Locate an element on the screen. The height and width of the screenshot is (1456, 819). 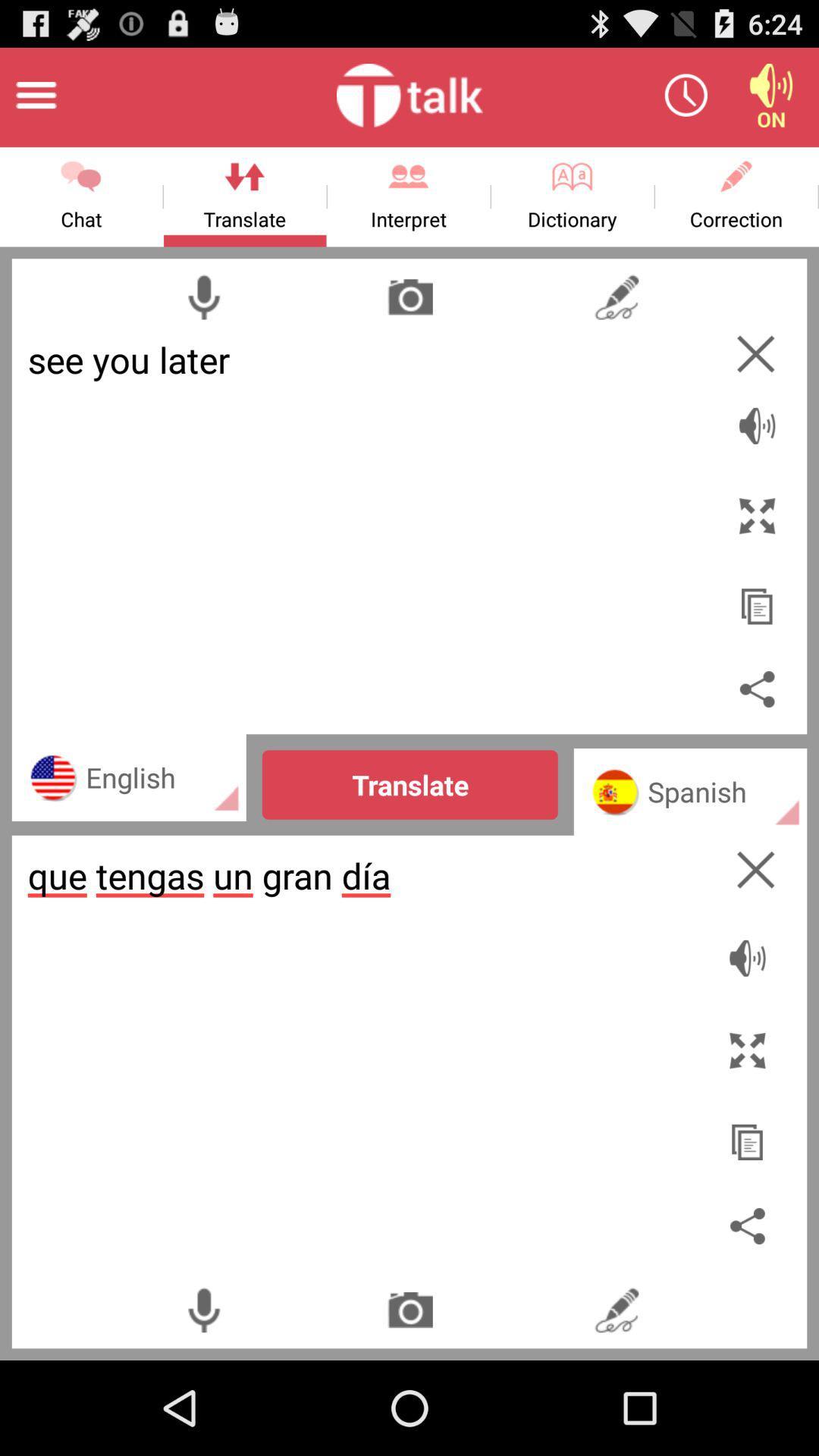
write with pencil is located at coordinates (617, 297).